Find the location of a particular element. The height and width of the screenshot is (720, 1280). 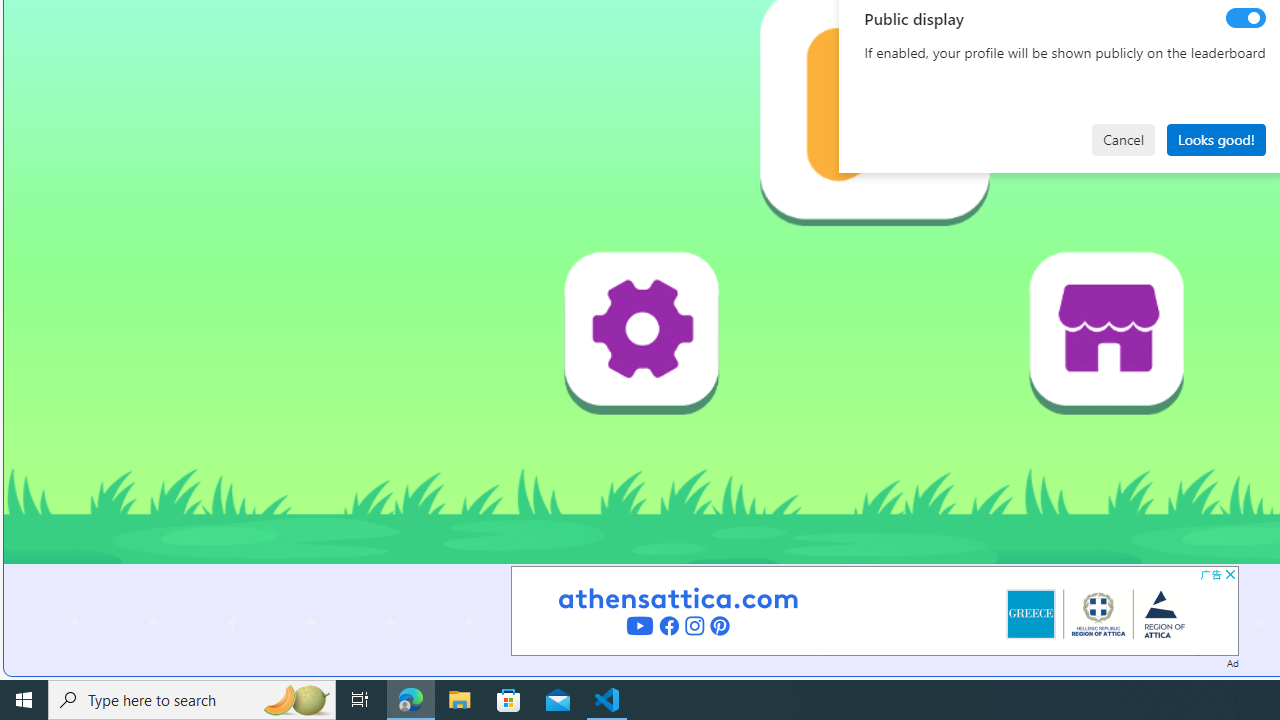

'Looks good!' is located at coordinates (1215, 138).